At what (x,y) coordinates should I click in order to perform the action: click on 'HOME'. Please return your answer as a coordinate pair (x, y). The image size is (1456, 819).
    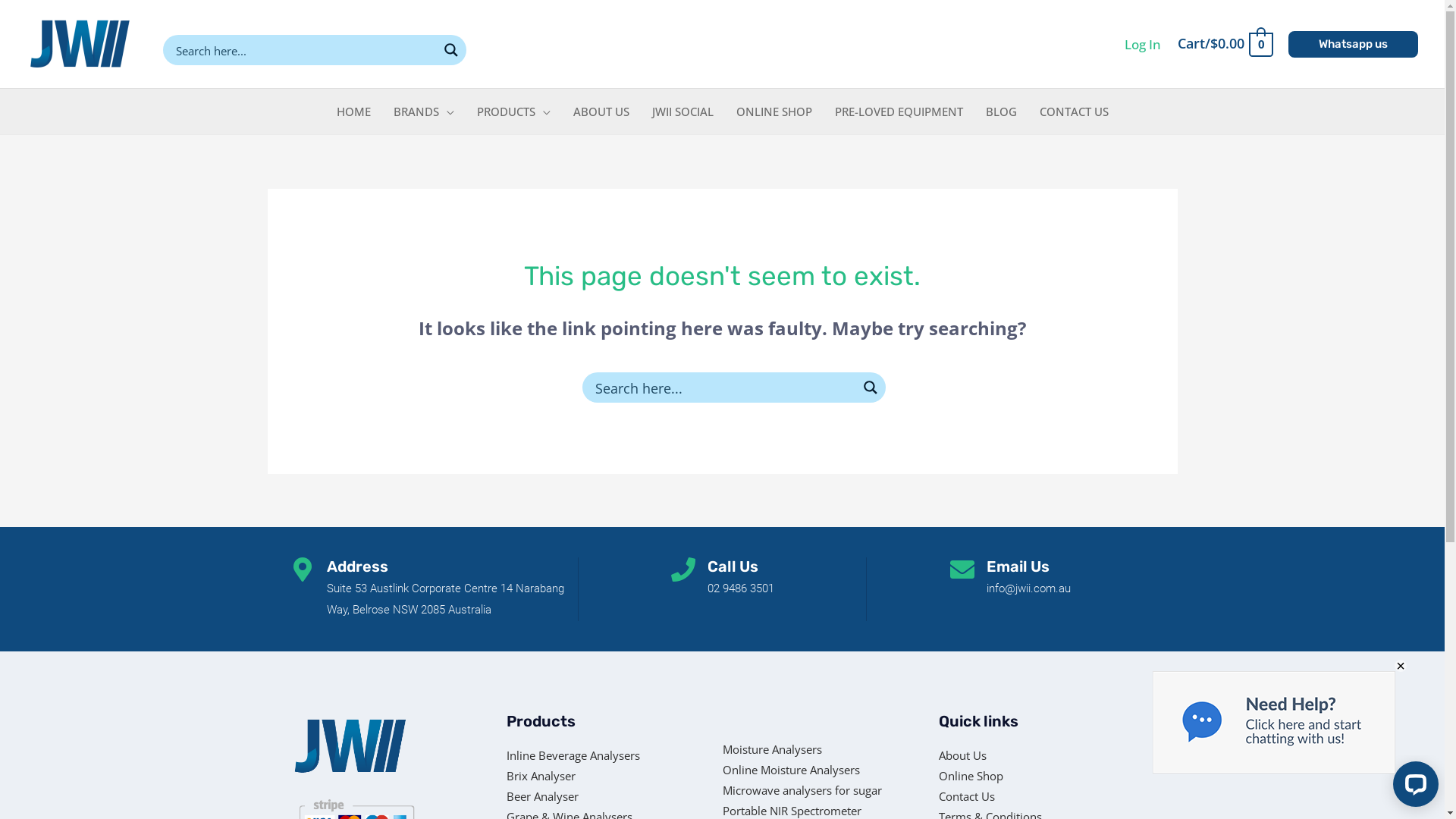
    Looking at the image, I should click on (352, 110).